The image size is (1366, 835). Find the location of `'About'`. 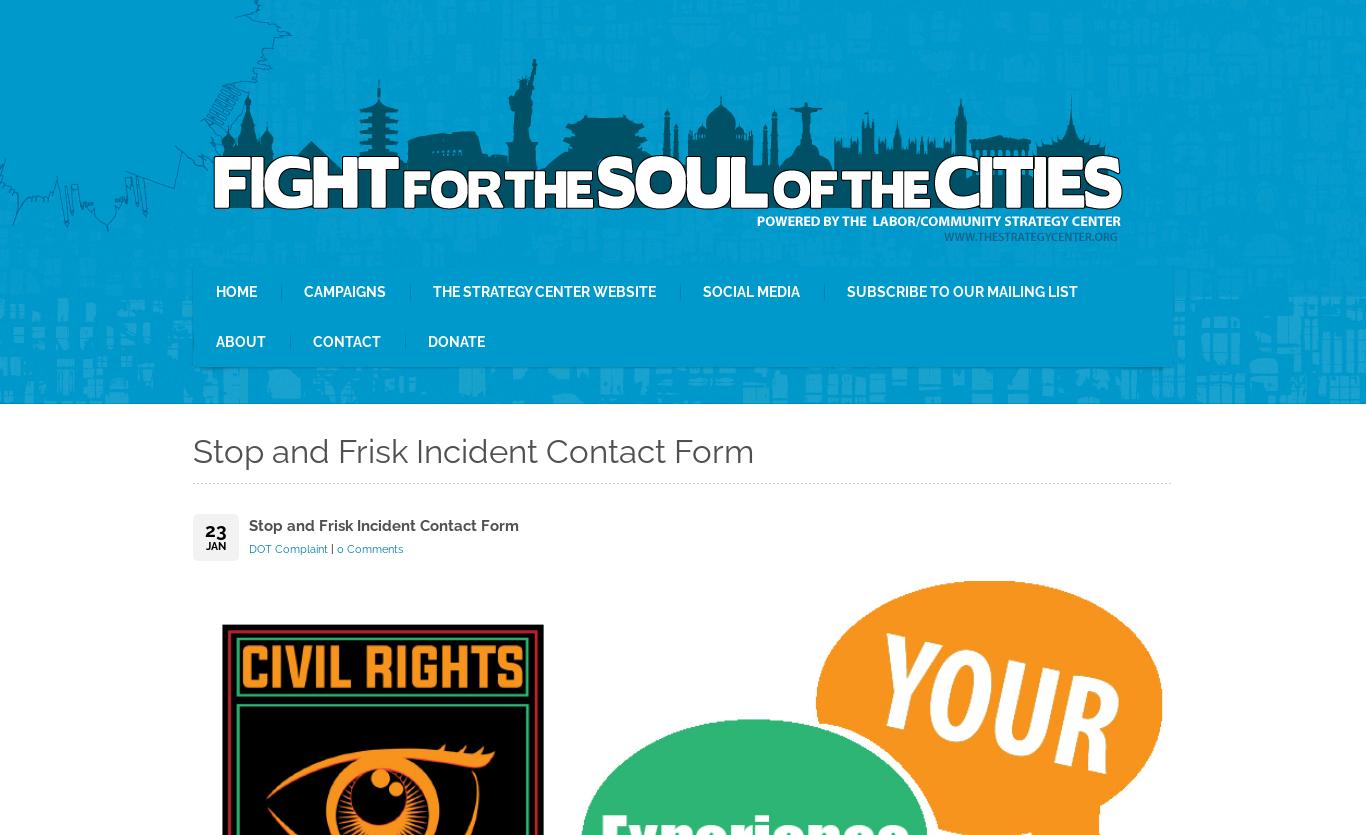

'About' is located at coordinates (240, 342).